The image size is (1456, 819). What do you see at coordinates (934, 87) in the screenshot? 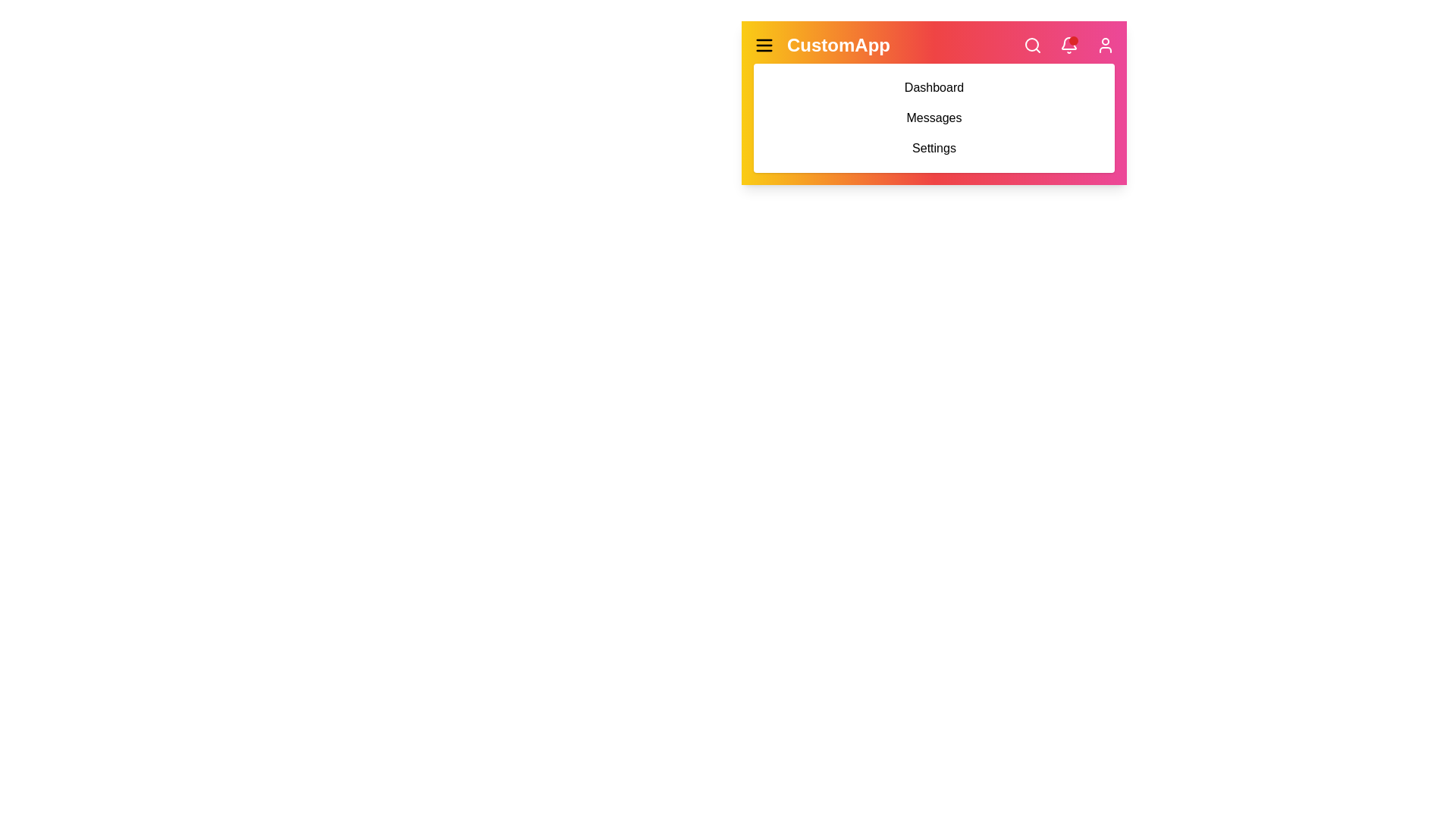
I see `the menu item Dashboard from the options 'Dashboard', 'Messages', and 'Settings'` at bounding box center [934, 87].